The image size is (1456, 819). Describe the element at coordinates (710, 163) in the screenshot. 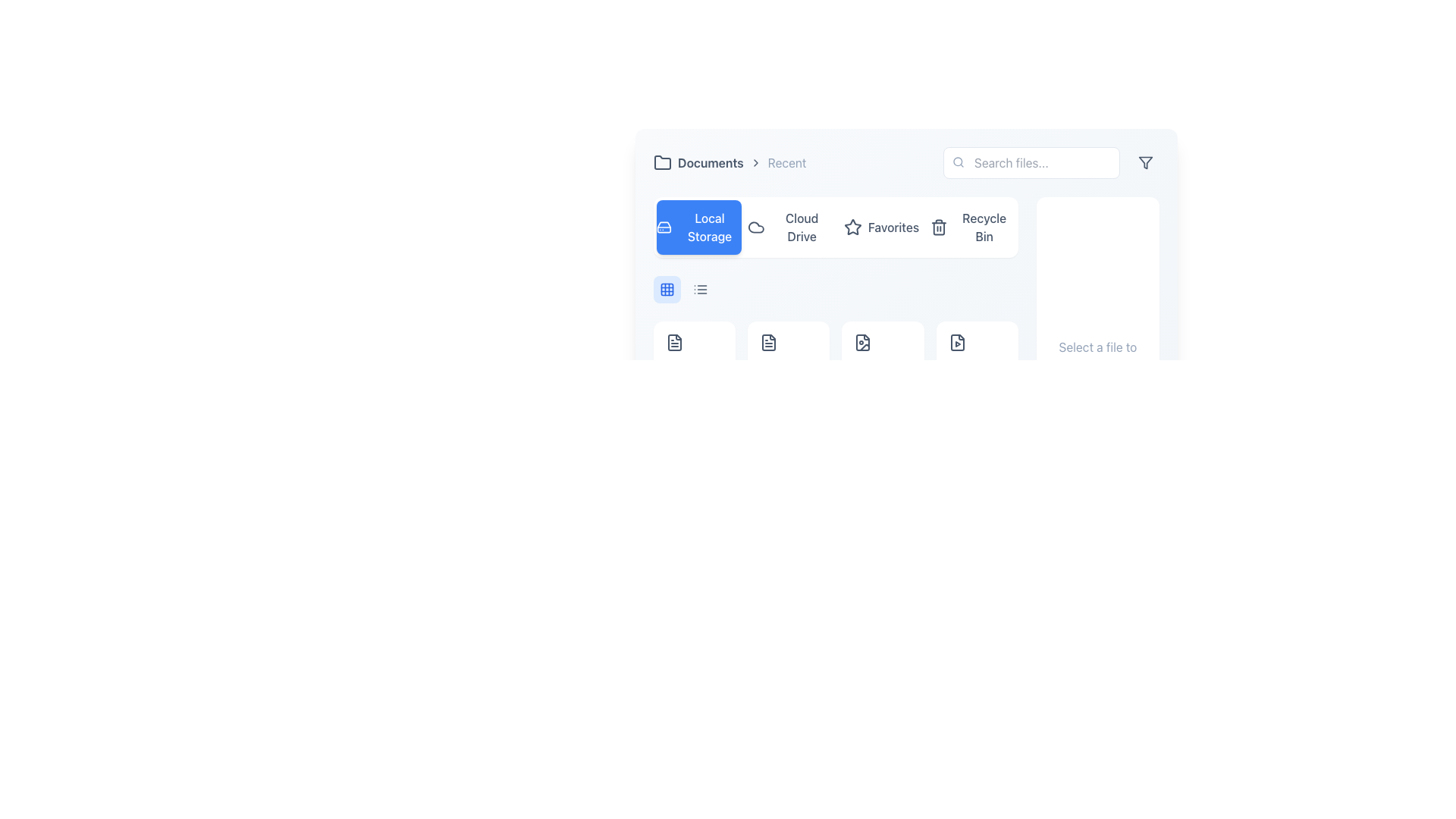

I see `the 'Documents' text label` at that location.